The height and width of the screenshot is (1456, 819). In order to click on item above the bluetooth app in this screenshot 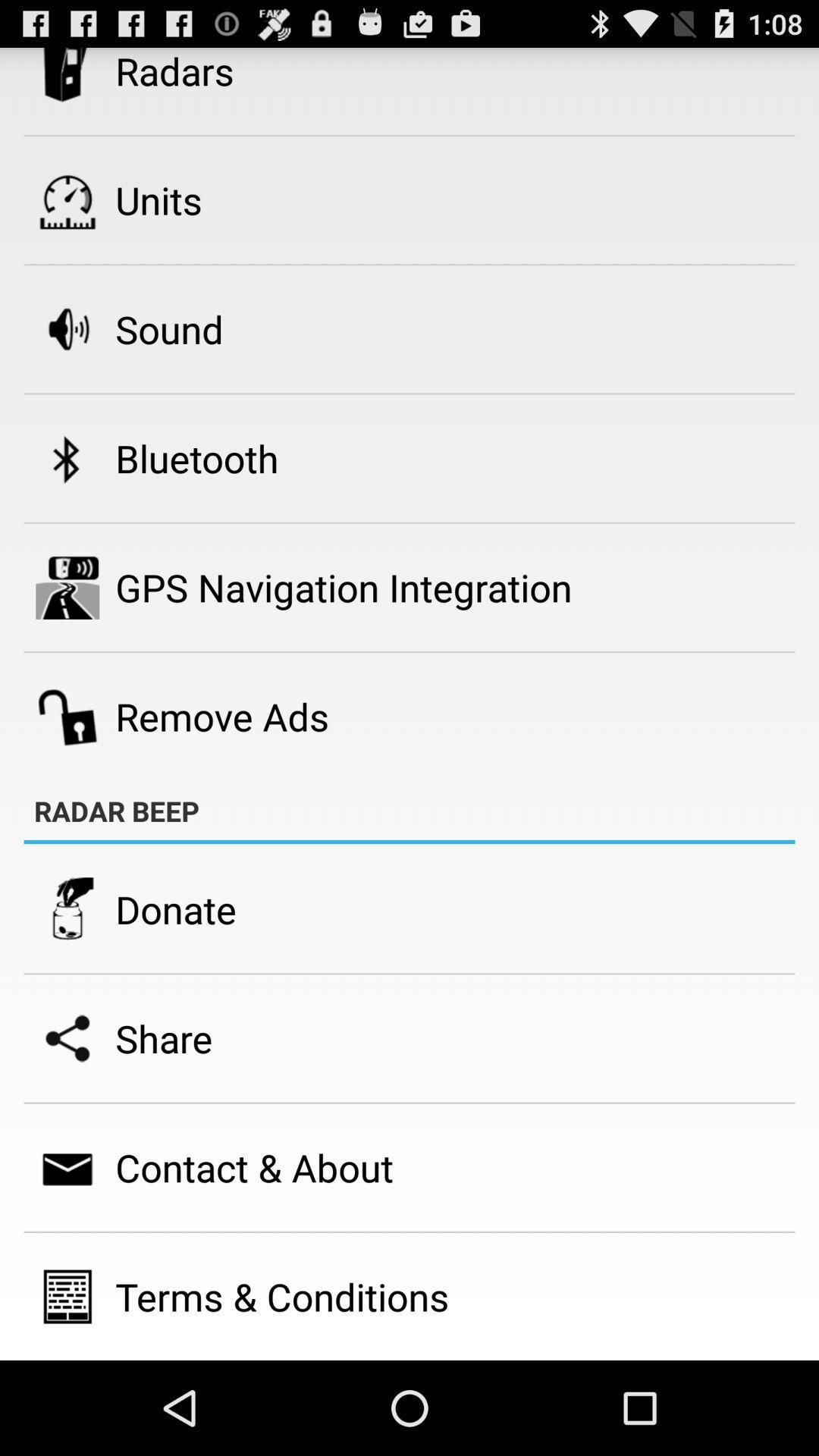, I will do `click(169, 328)`.